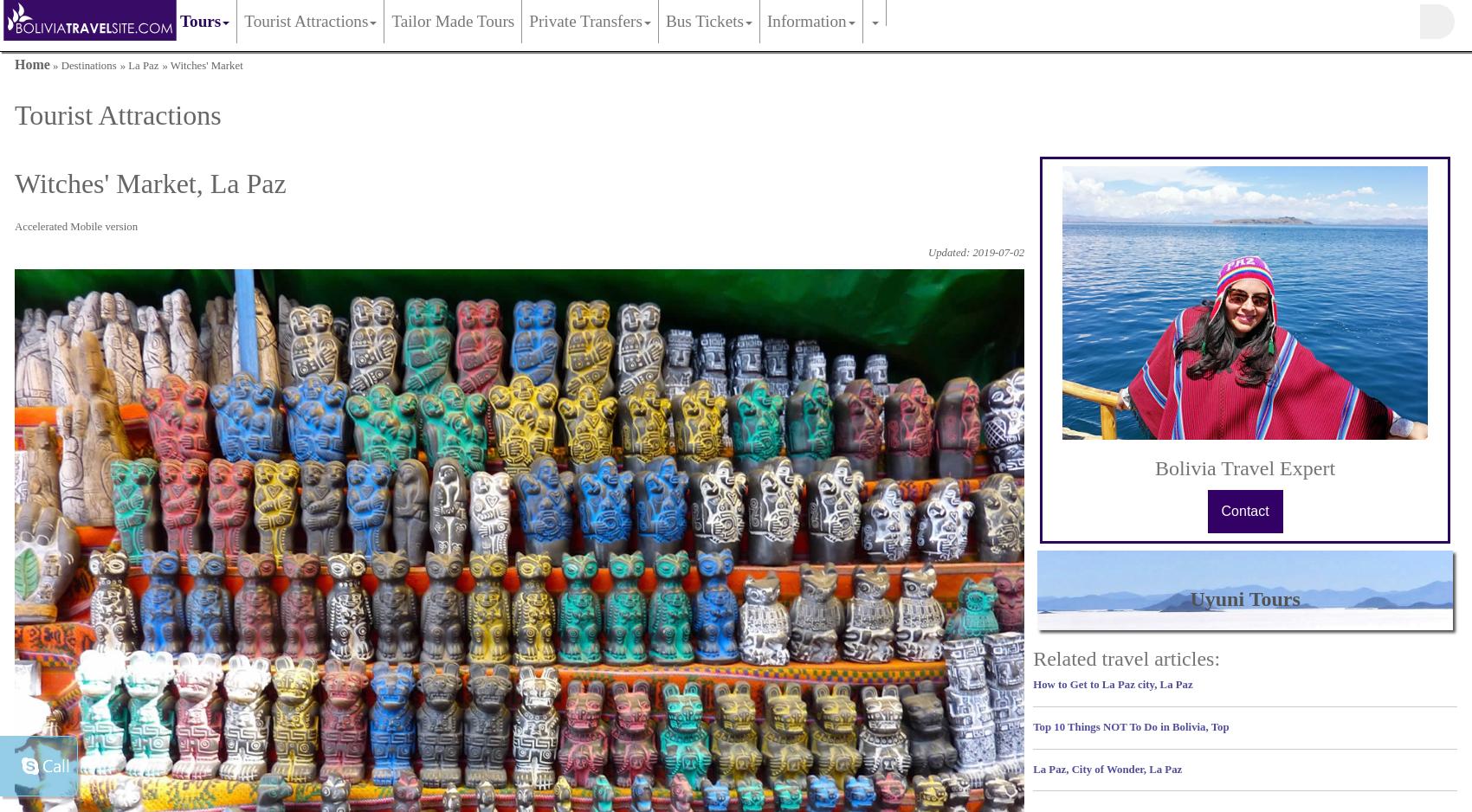 The height and width of the screenshot is (812, 1472). What do you see at coordinates (88, 65) in the screenshot?
I see `'Destinations'` at bounding box center [88, 65].